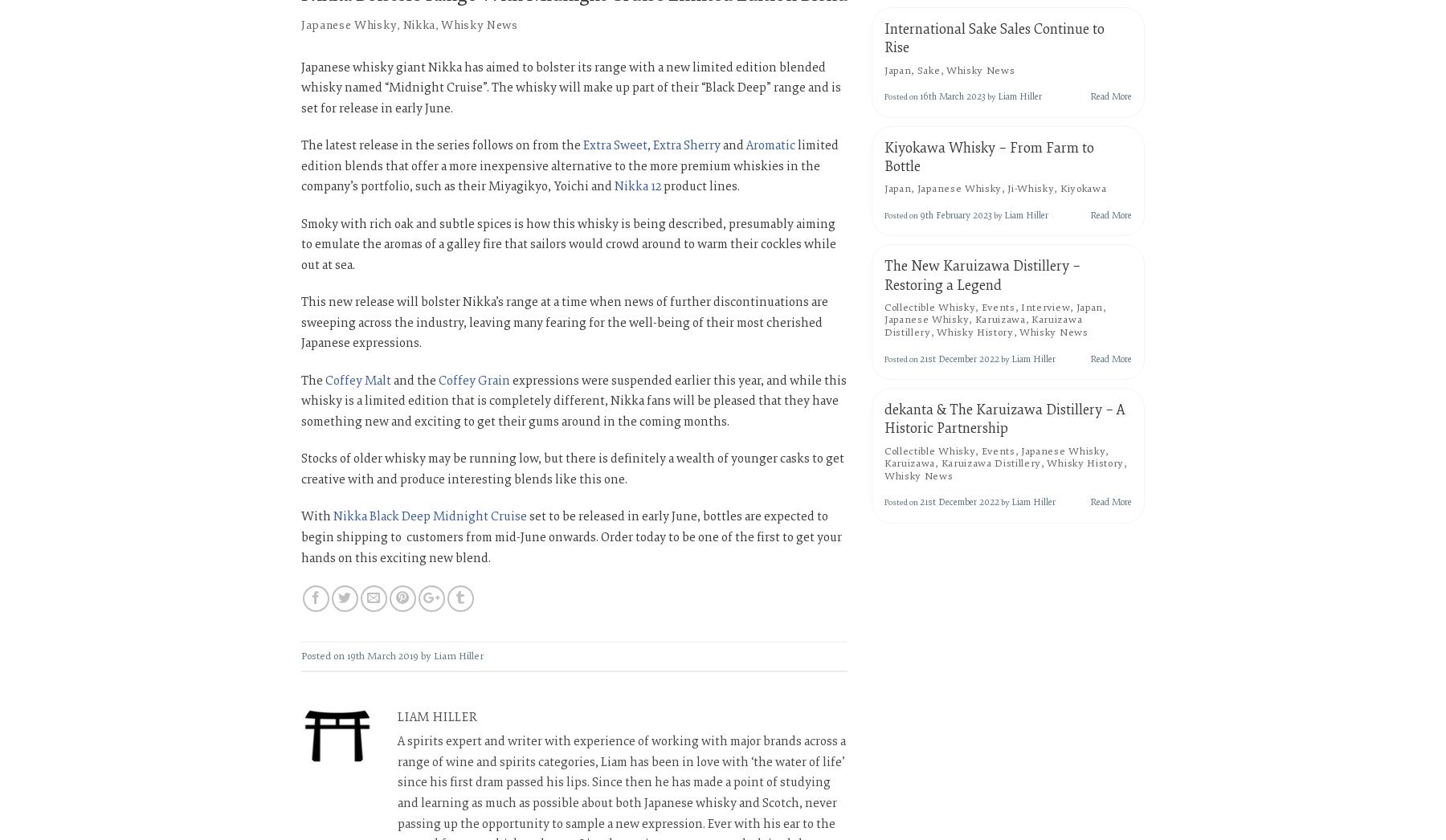  I want to click on 'The', so click(300, 380).